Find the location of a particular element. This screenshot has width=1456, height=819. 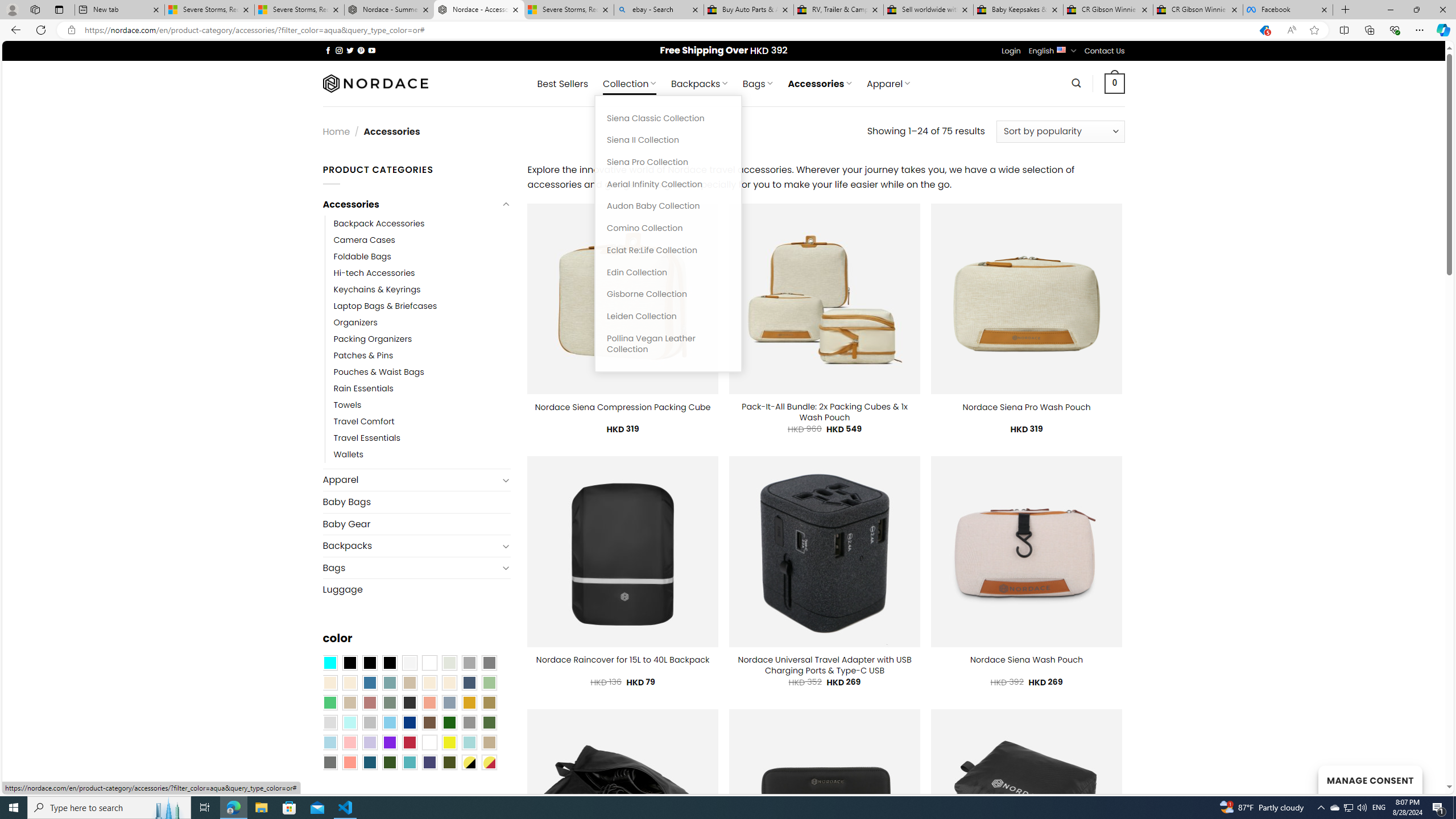

'Packing Organizers' is located at coordinates (373, 338).